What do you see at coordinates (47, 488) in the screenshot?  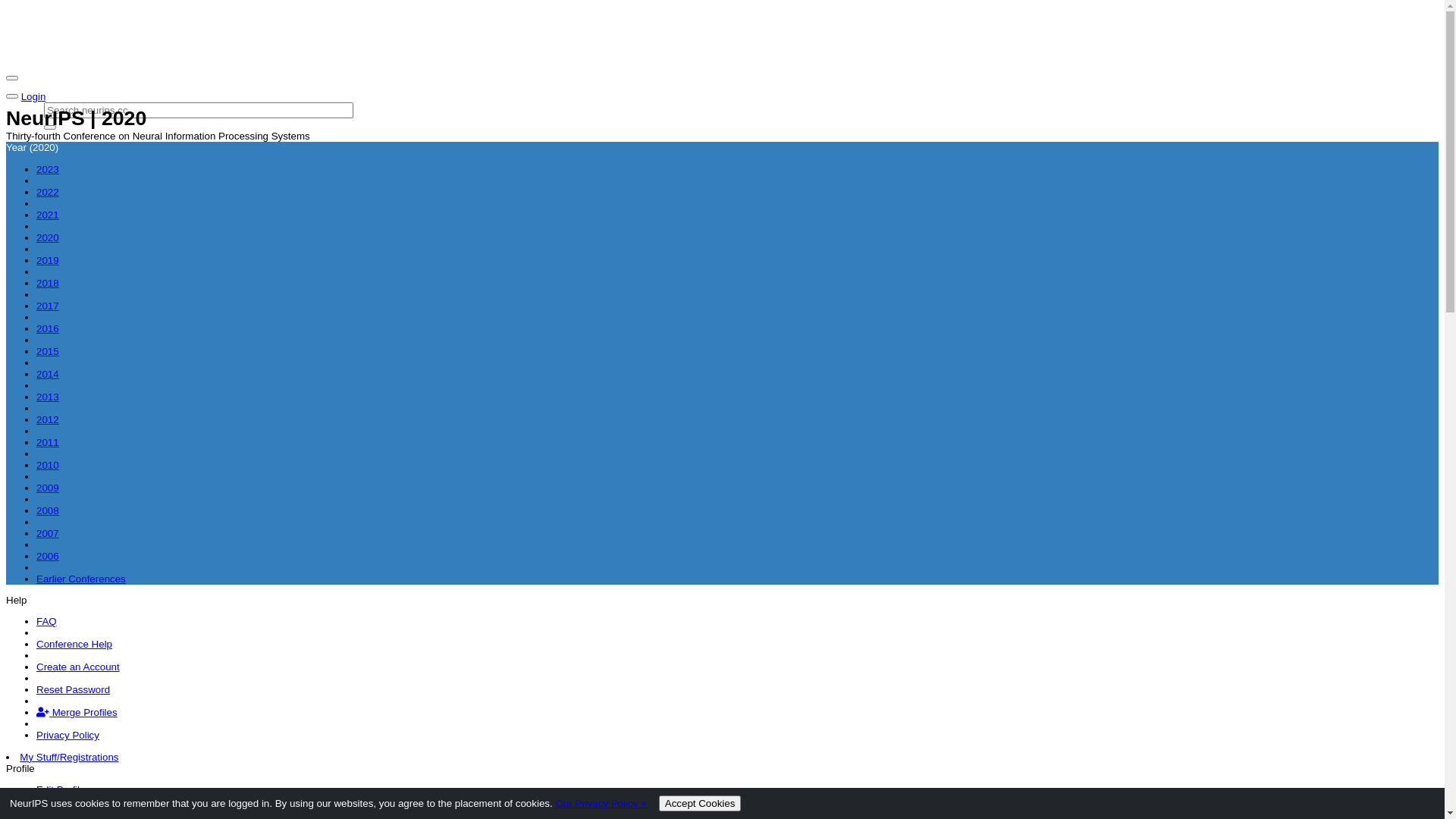 I see `'2009'` at bounding box center [47, 488].